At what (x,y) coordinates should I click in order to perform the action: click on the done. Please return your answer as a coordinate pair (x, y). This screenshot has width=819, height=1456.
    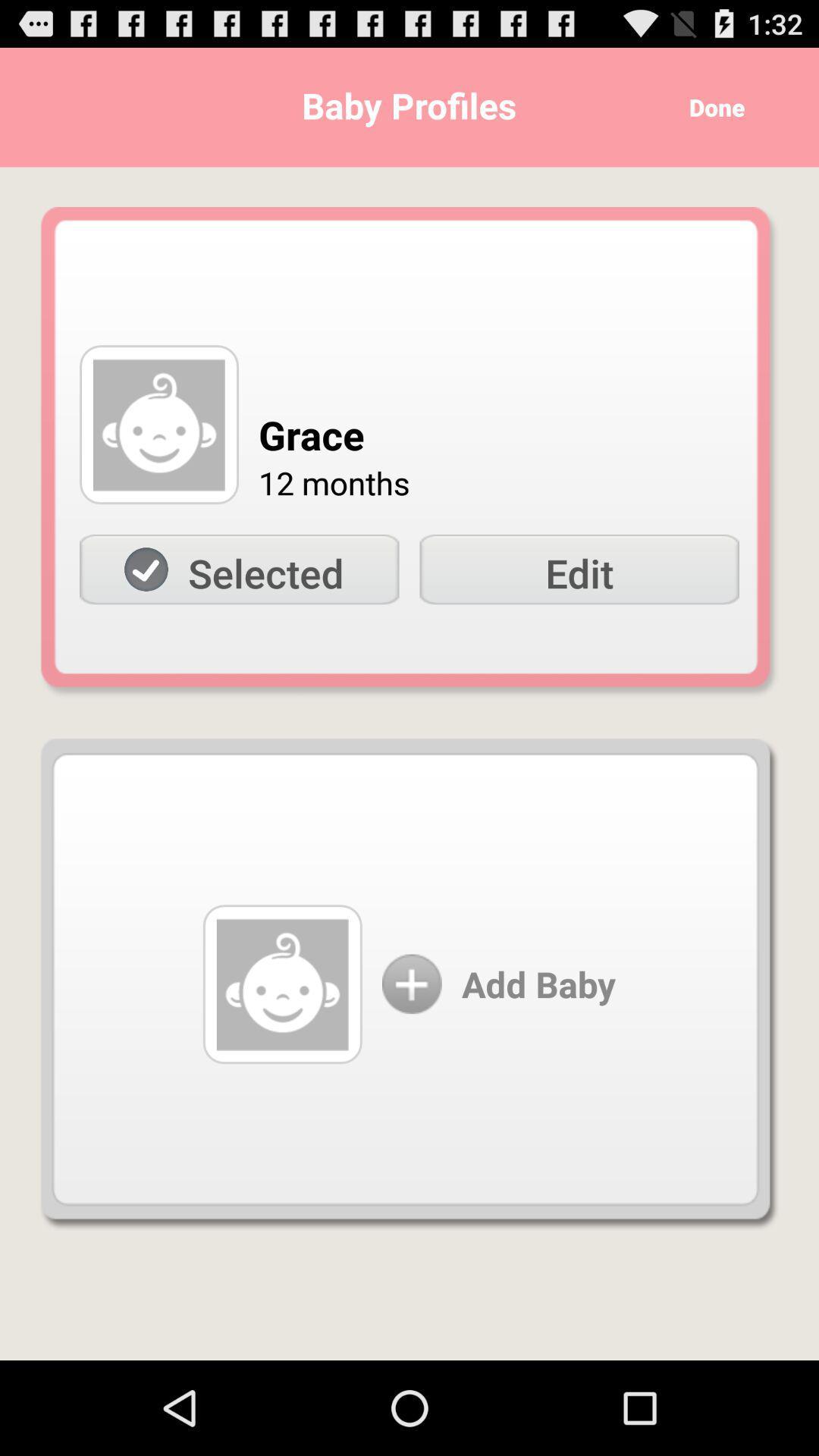
    Looking at the image, I should click on (711, 106).